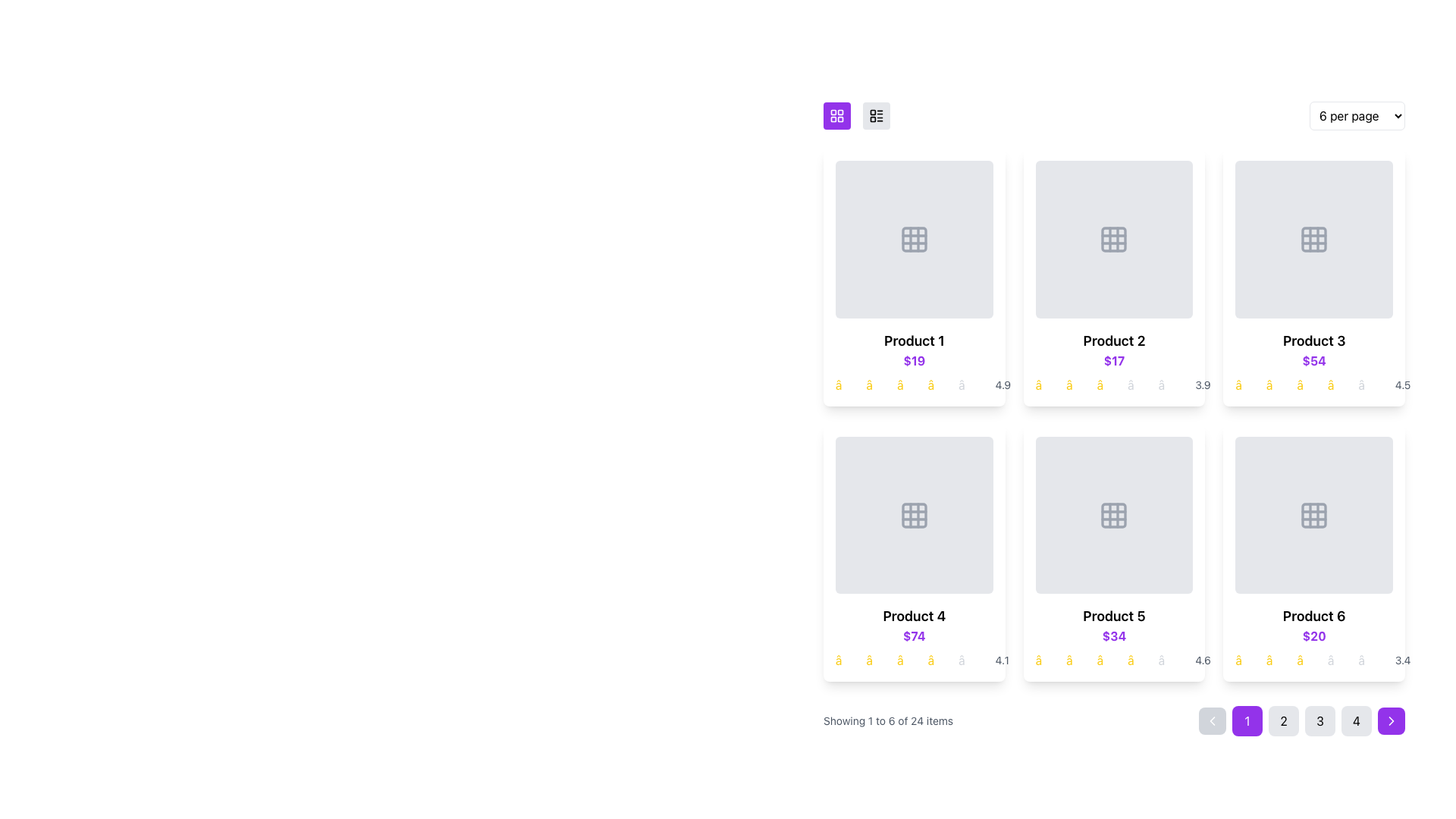 This screenshot has width=1456, height=819. Describe the element at coordinates (1311, 660) in the screenshot. I see `the Rating display for 'Product 6', which consists of five star symbols with three filled in yellow and two grayed out, located under the price '$20'` at that location.